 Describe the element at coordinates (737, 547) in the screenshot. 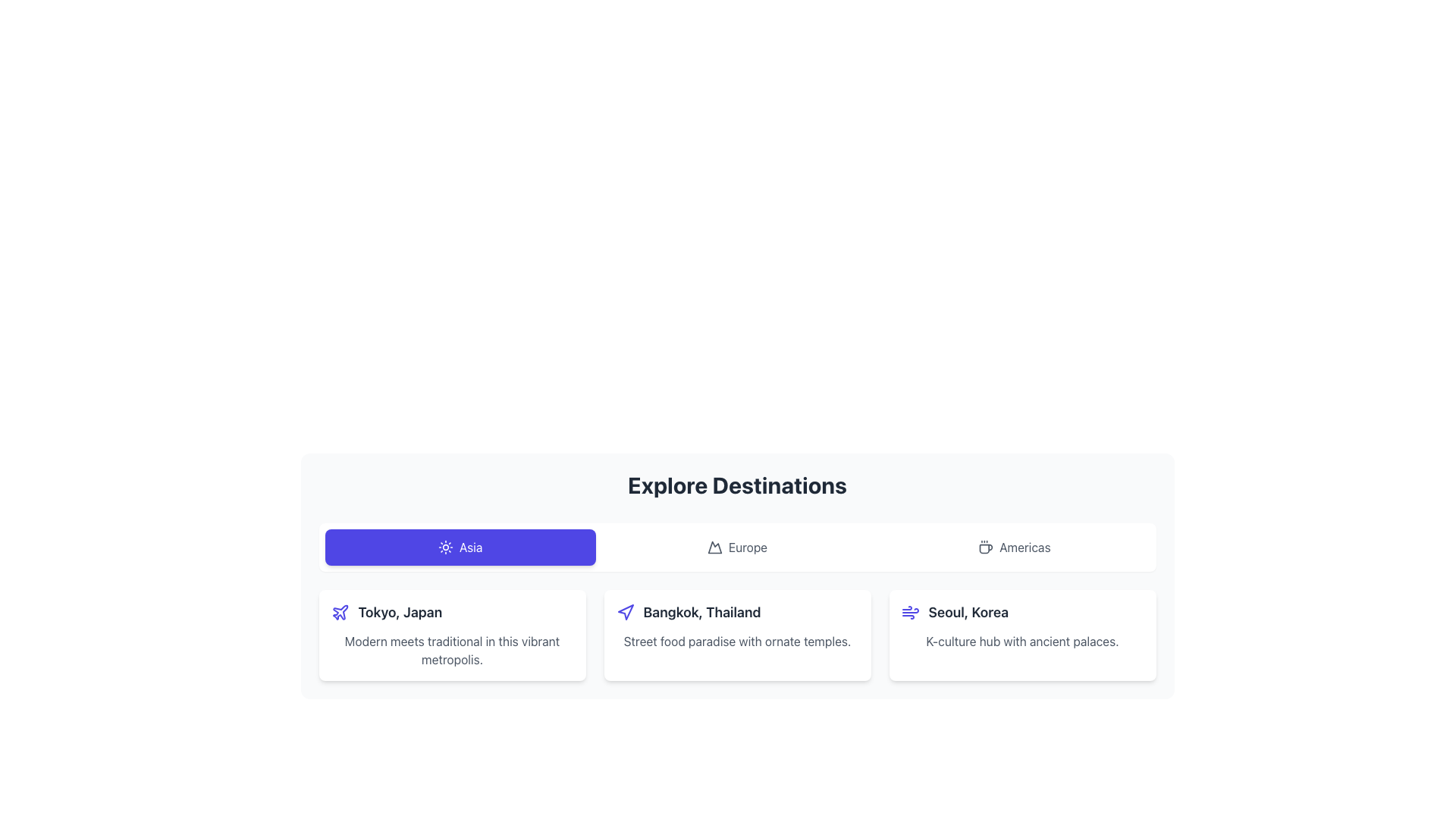

I see `the 'Europe' button in the row of continent filter buttons located beneath the 'Explore Destinations' heading` at that location.